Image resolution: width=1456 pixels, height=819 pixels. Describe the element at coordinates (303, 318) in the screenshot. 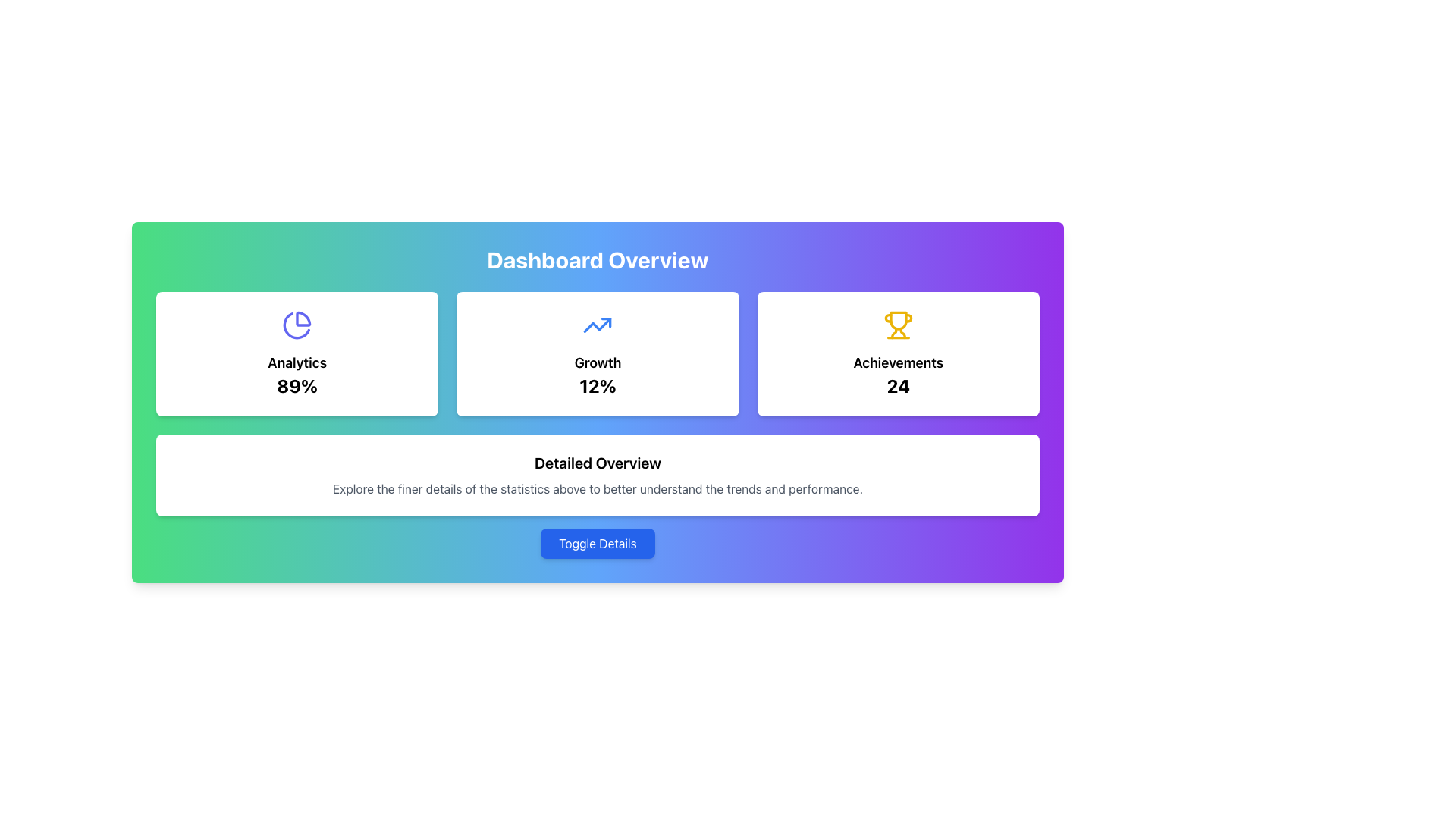

I see `the inner right quarter segment of the pie chart icon in the 'Analytics' card located in the top-left corner of the interface` at that location.